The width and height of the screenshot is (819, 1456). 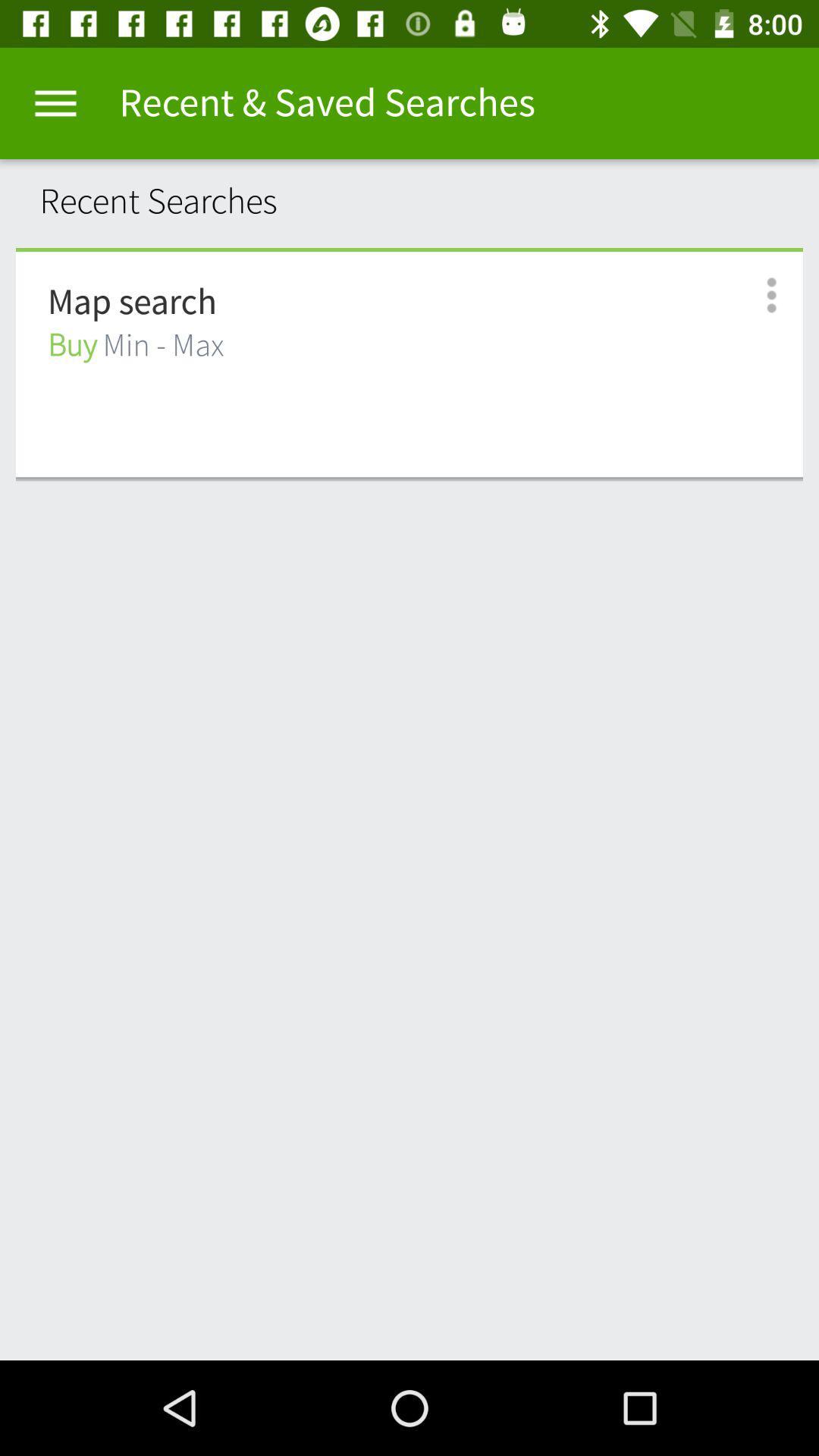 I want to click on item above the recent searches icon, so click(x=55, y=102).